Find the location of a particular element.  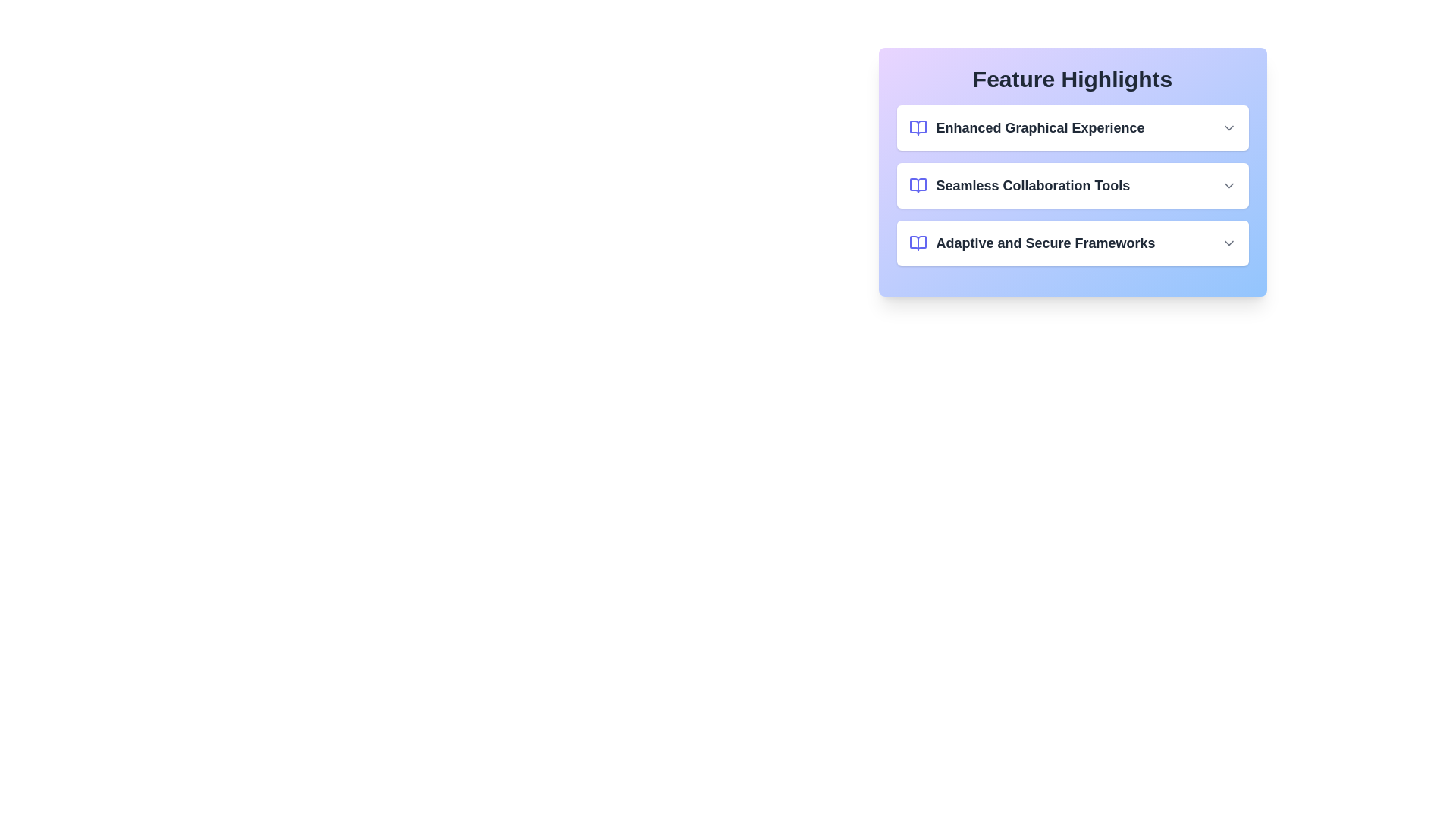

the blue outlined book-like icon located to the left of the text 'Enhanced Graphical Experience' in the Feature Highlights section is located at coordinates (917, 127).